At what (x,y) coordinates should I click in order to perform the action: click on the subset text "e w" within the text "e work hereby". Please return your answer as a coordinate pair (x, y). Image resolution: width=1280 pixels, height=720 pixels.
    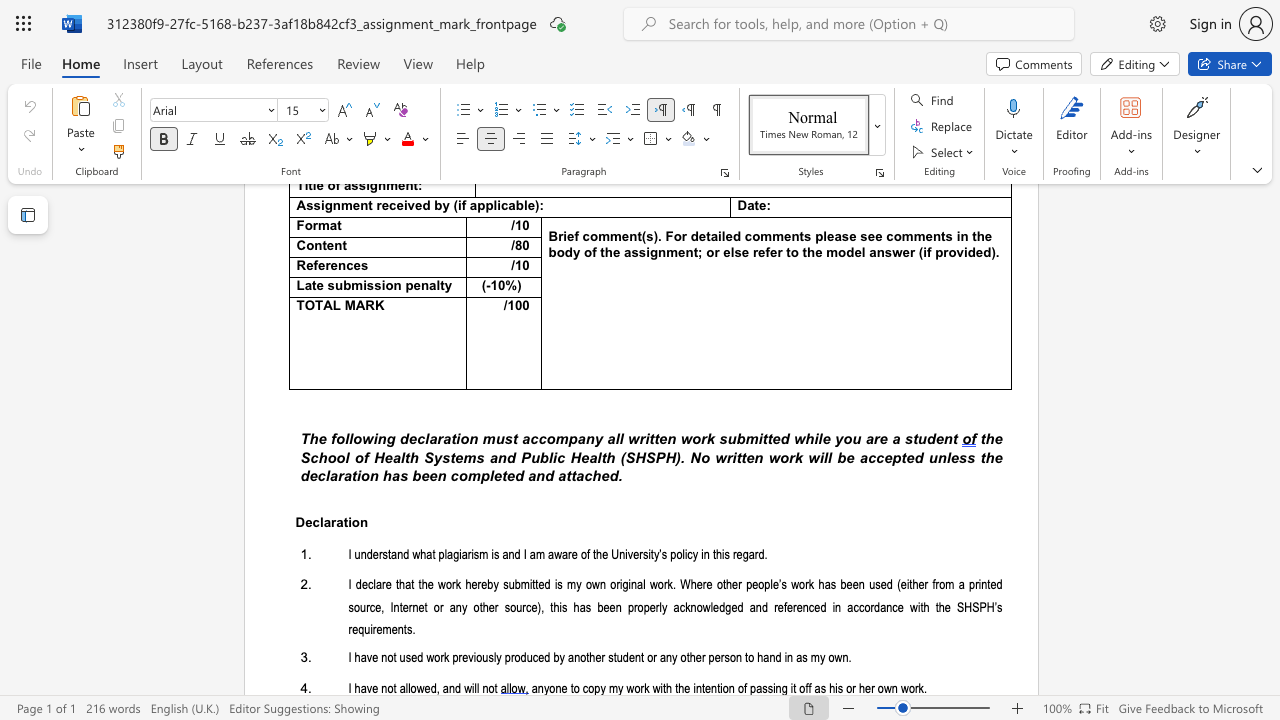
    Looking at the image, I should click on (426, 585).